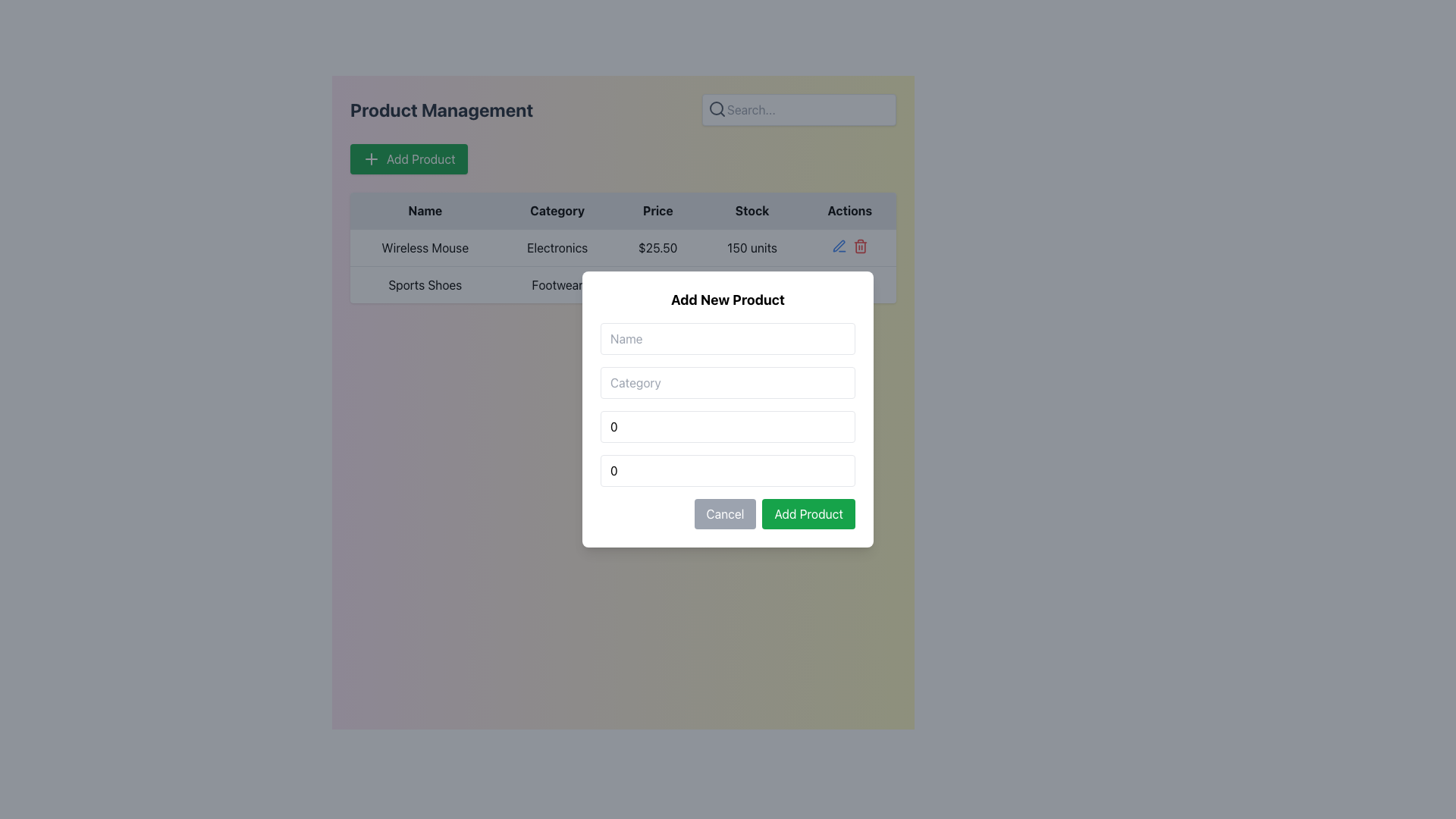  Describe the element at coordinates (623, 109) in the screenshot. I see `the search input field of the 'Product Management' section` at that location.